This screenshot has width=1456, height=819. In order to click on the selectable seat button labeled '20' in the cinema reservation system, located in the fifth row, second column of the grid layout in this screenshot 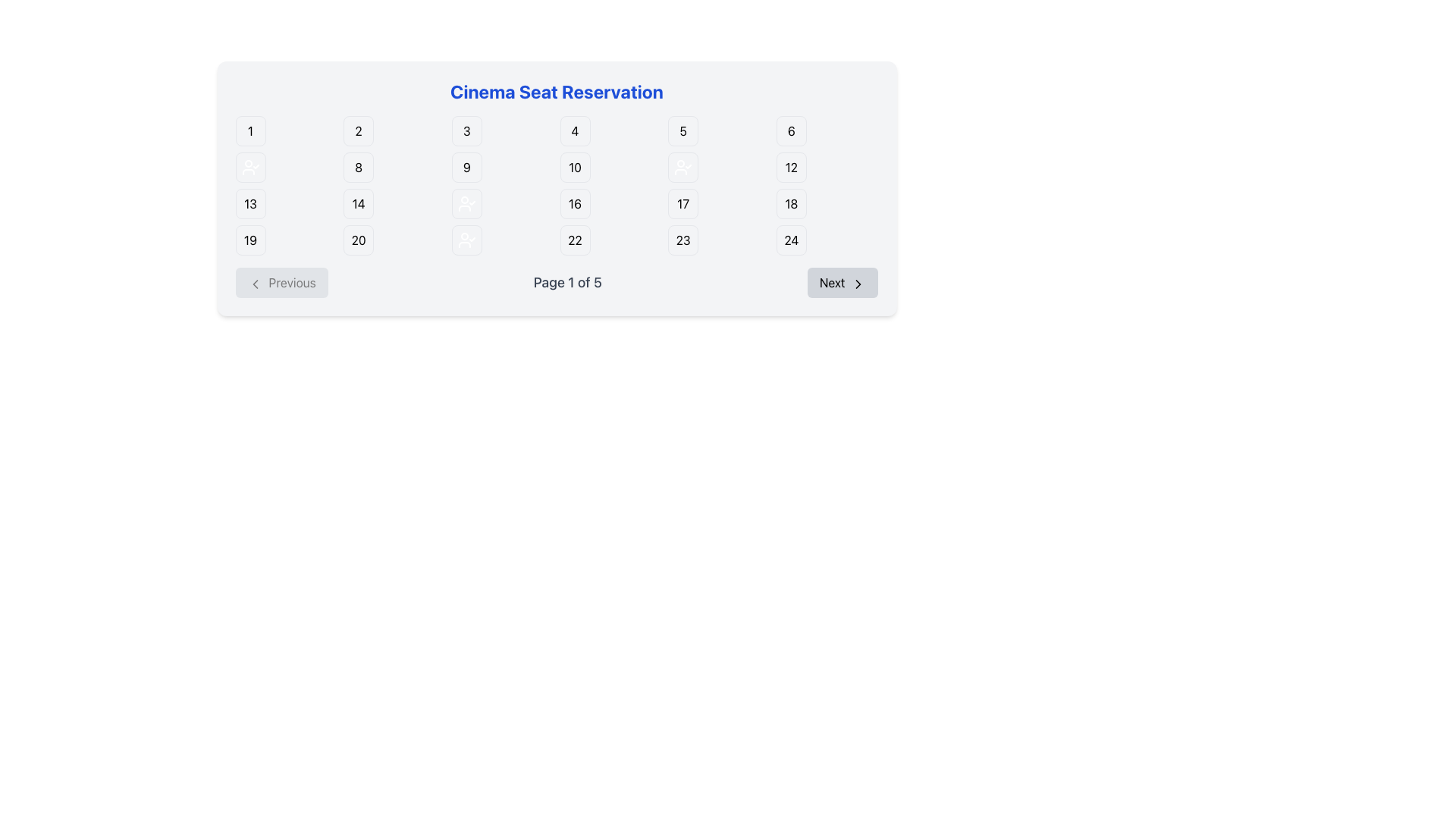, I will do `click(358, 239)`.